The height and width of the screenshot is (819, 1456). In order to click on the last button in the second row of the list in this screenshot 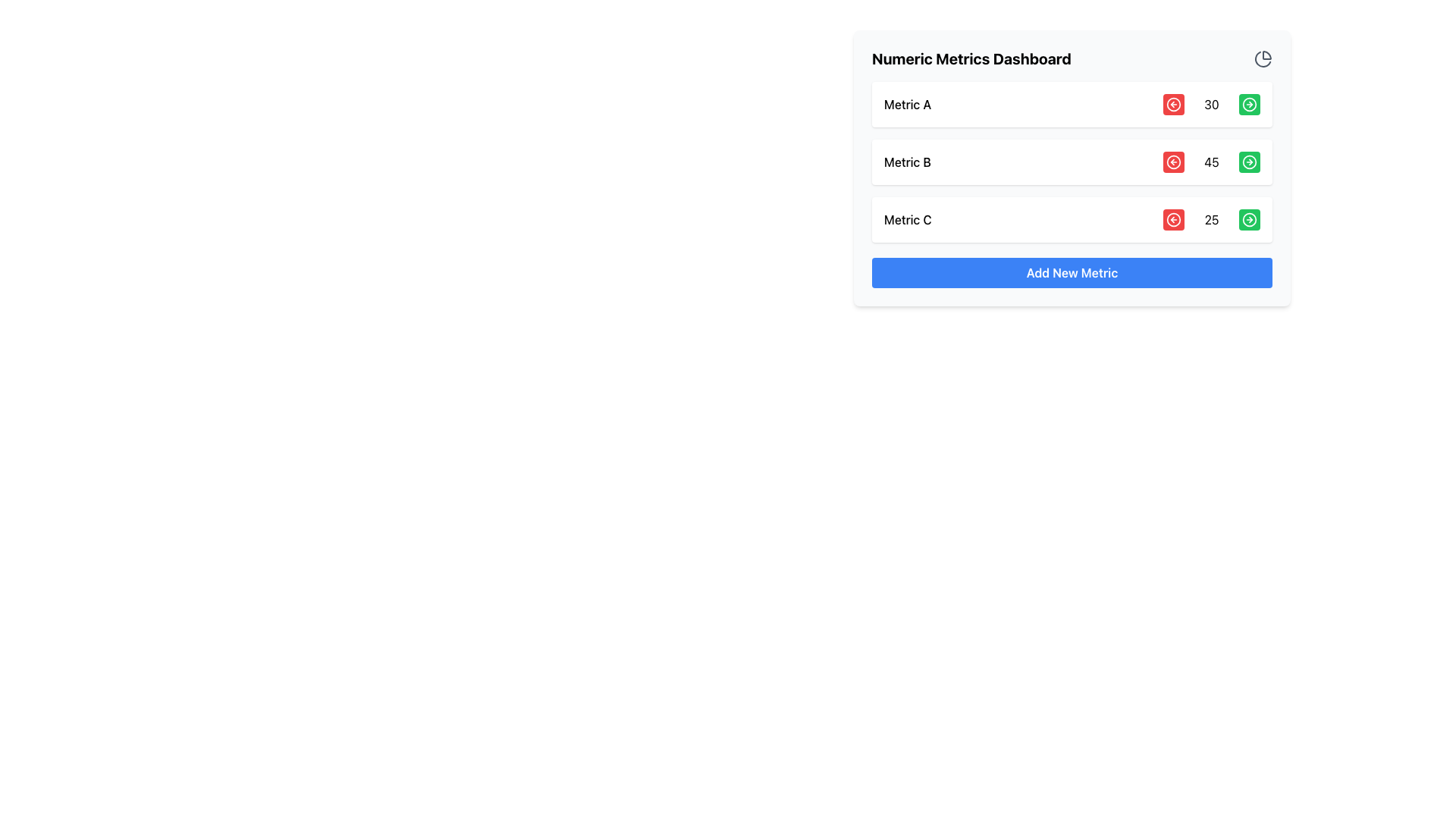, I will do `click(1249, 162)`.